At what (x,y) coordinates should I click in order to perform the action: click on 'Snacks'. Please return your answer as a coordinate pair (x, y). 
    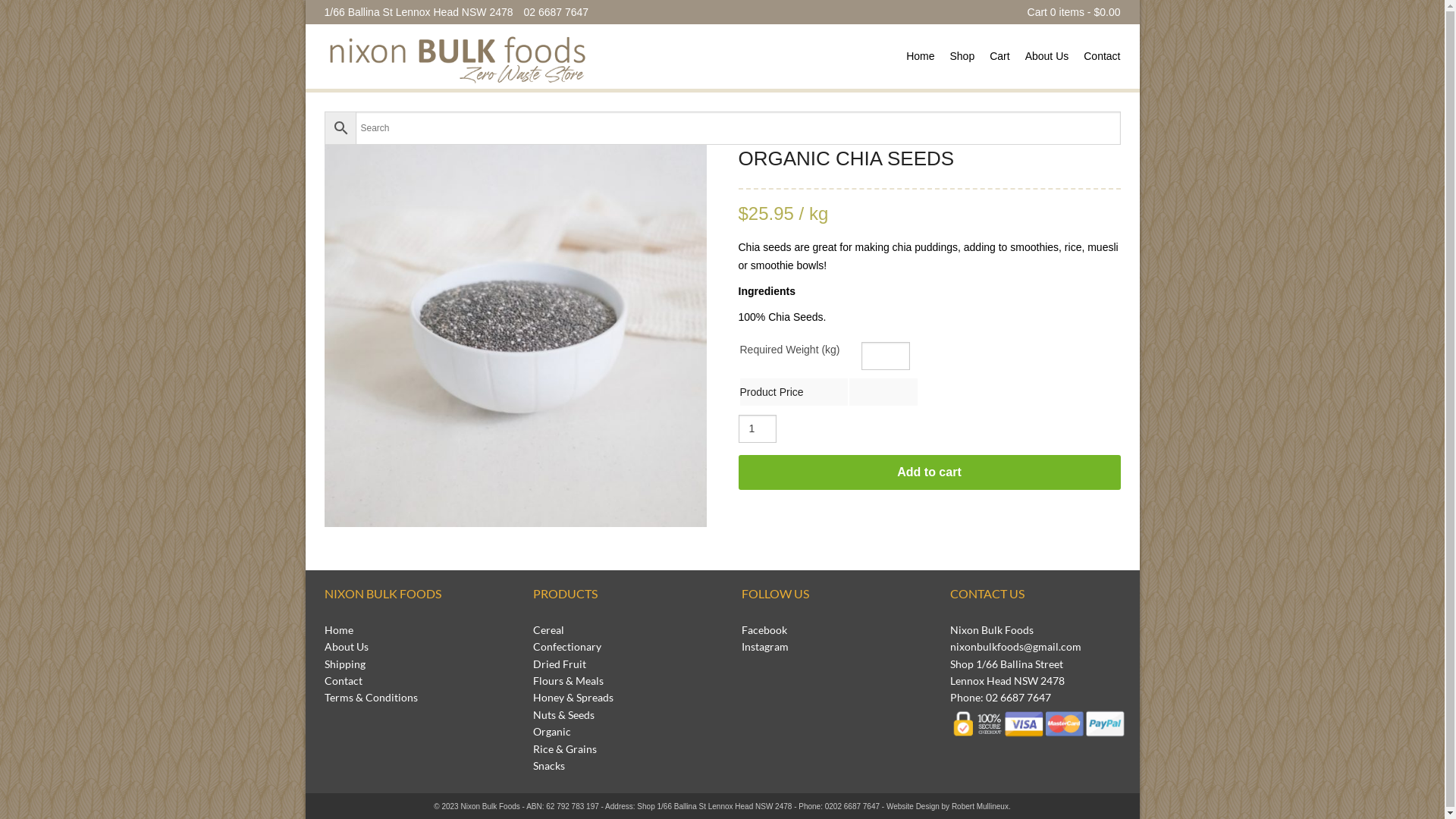
    Looking at the image, I should click on (548, 765).